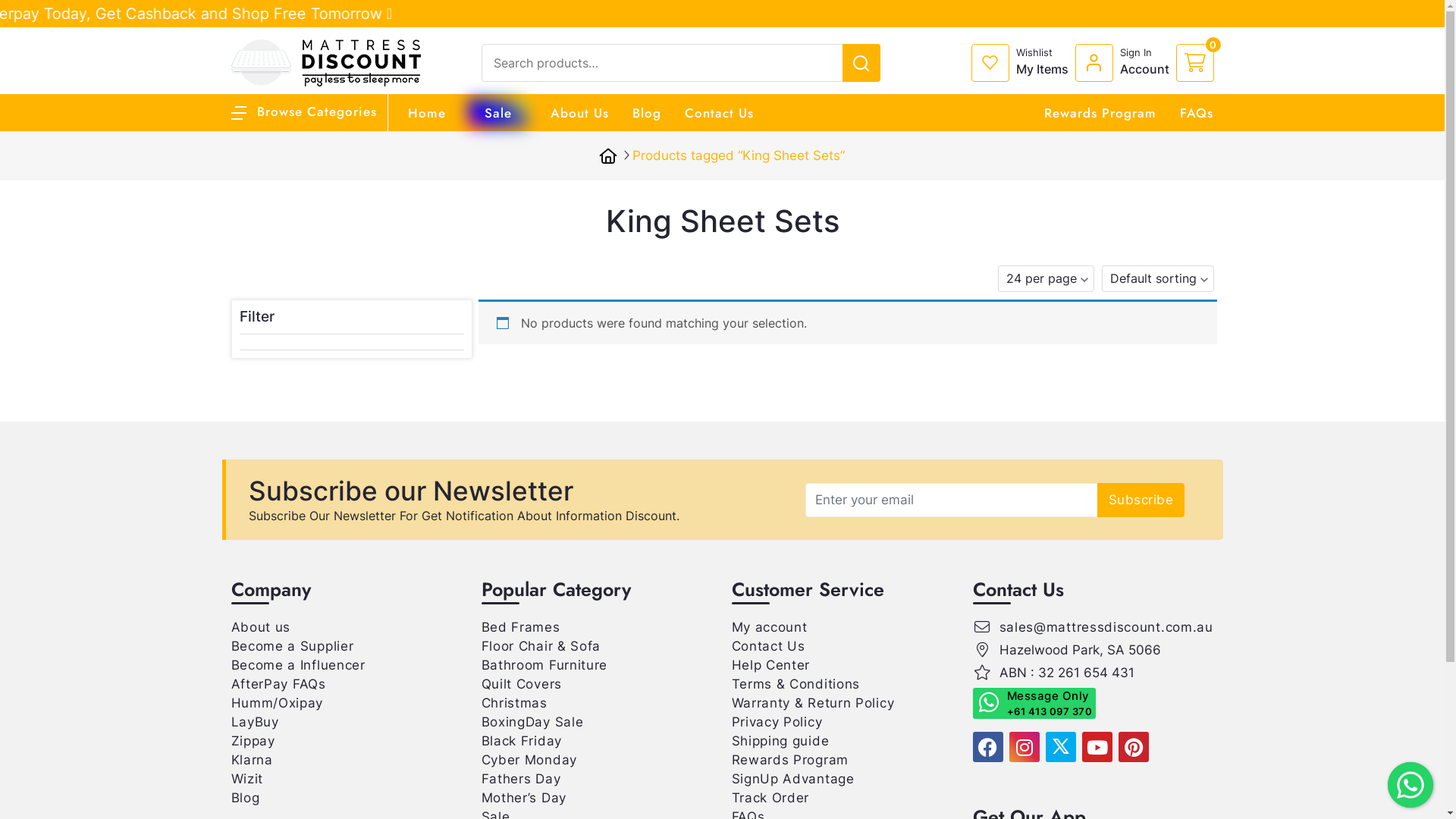  What do you see at coordinates (1106, 626) in the screenshot?
I see `'sales@mattressdiscount.com.au'` at bounding box center [1106, 626].